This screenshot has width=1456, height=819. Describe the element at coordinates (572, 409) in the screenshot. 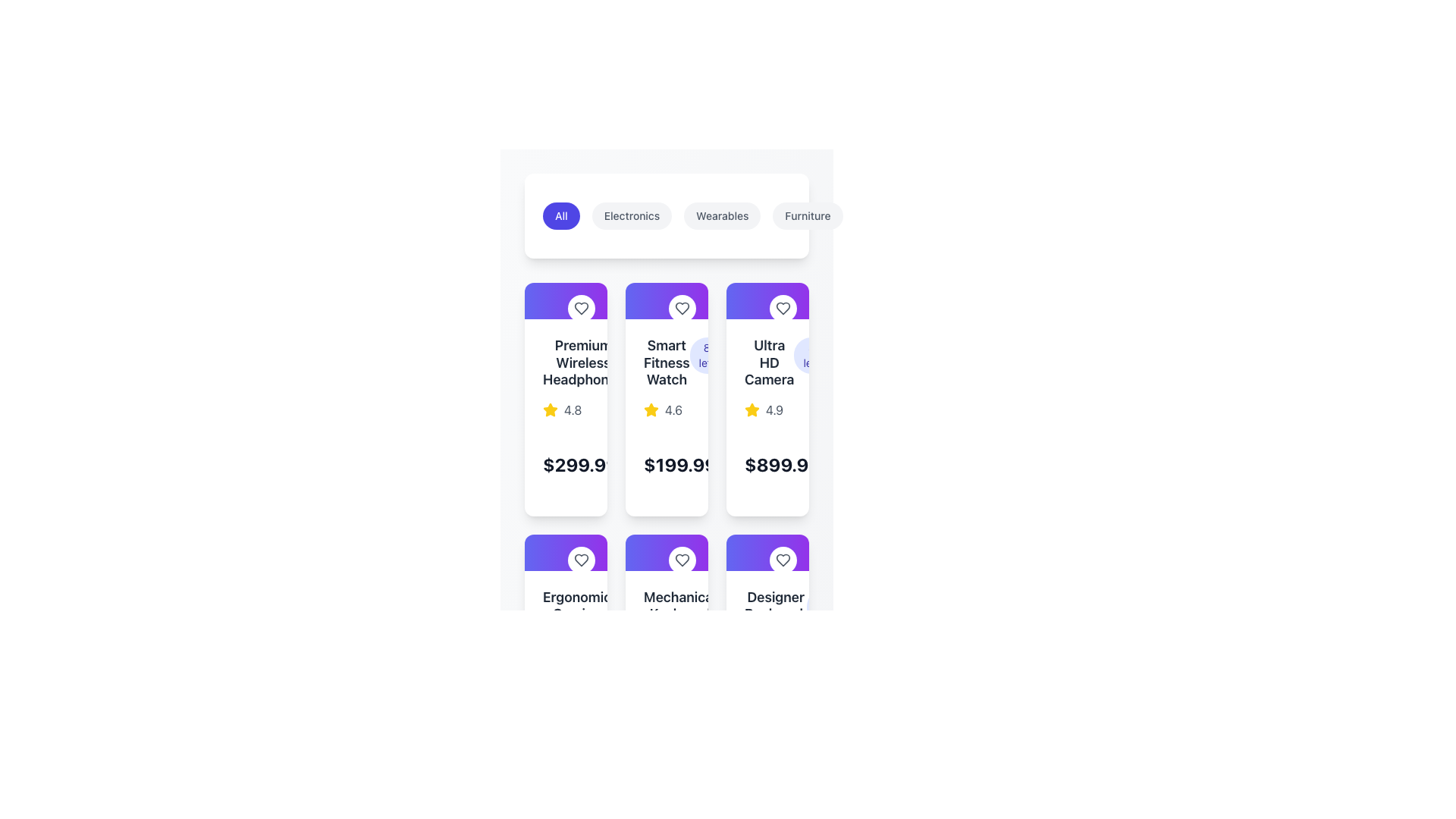

I see `the text label displaying the rating '4.8' located to the right of a yellow star icon in the product card layout` at that location.